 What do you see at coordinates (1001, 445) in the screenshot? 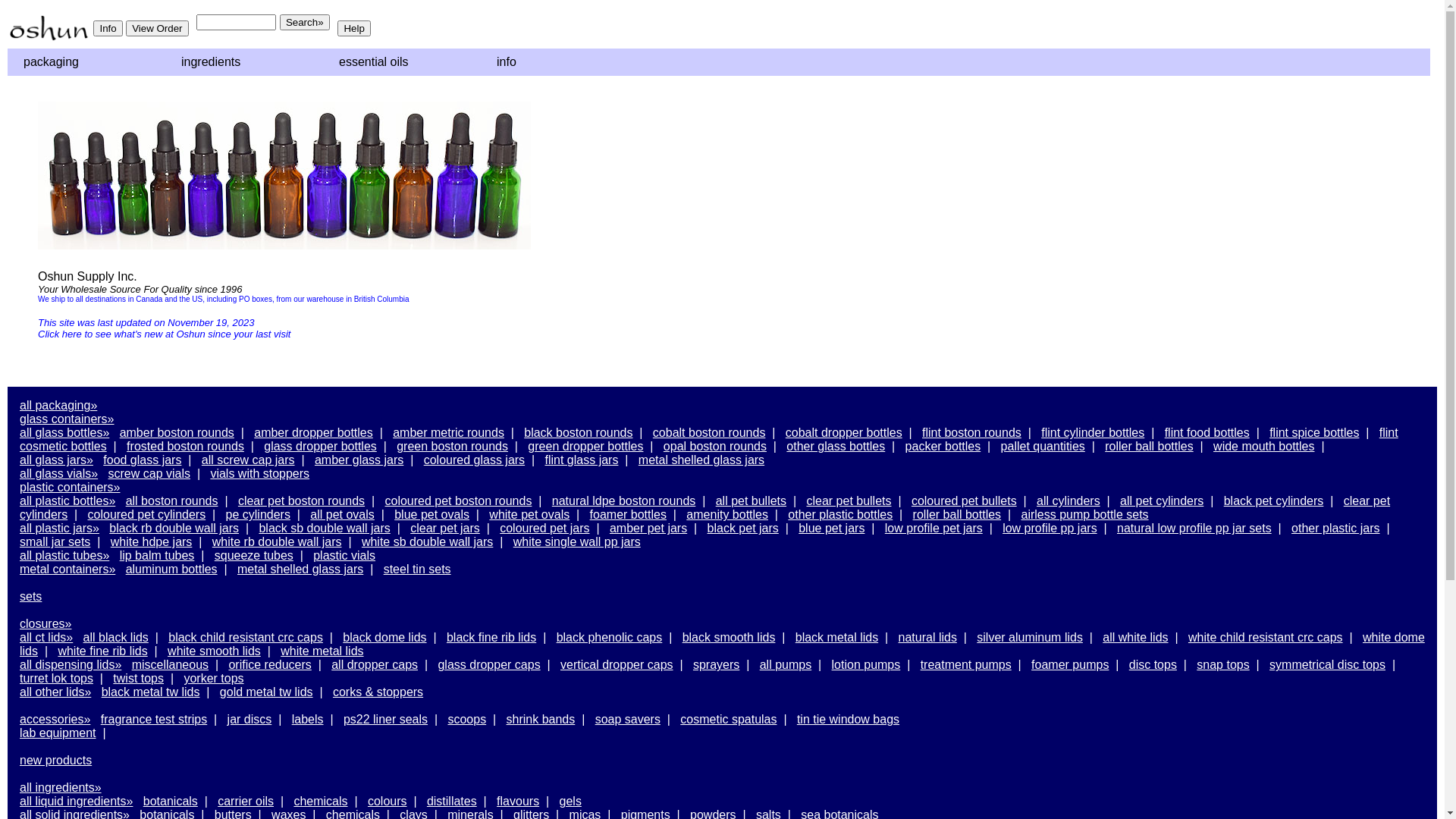
I see `'pallet quantities'` at bounding box center [1001, 445].